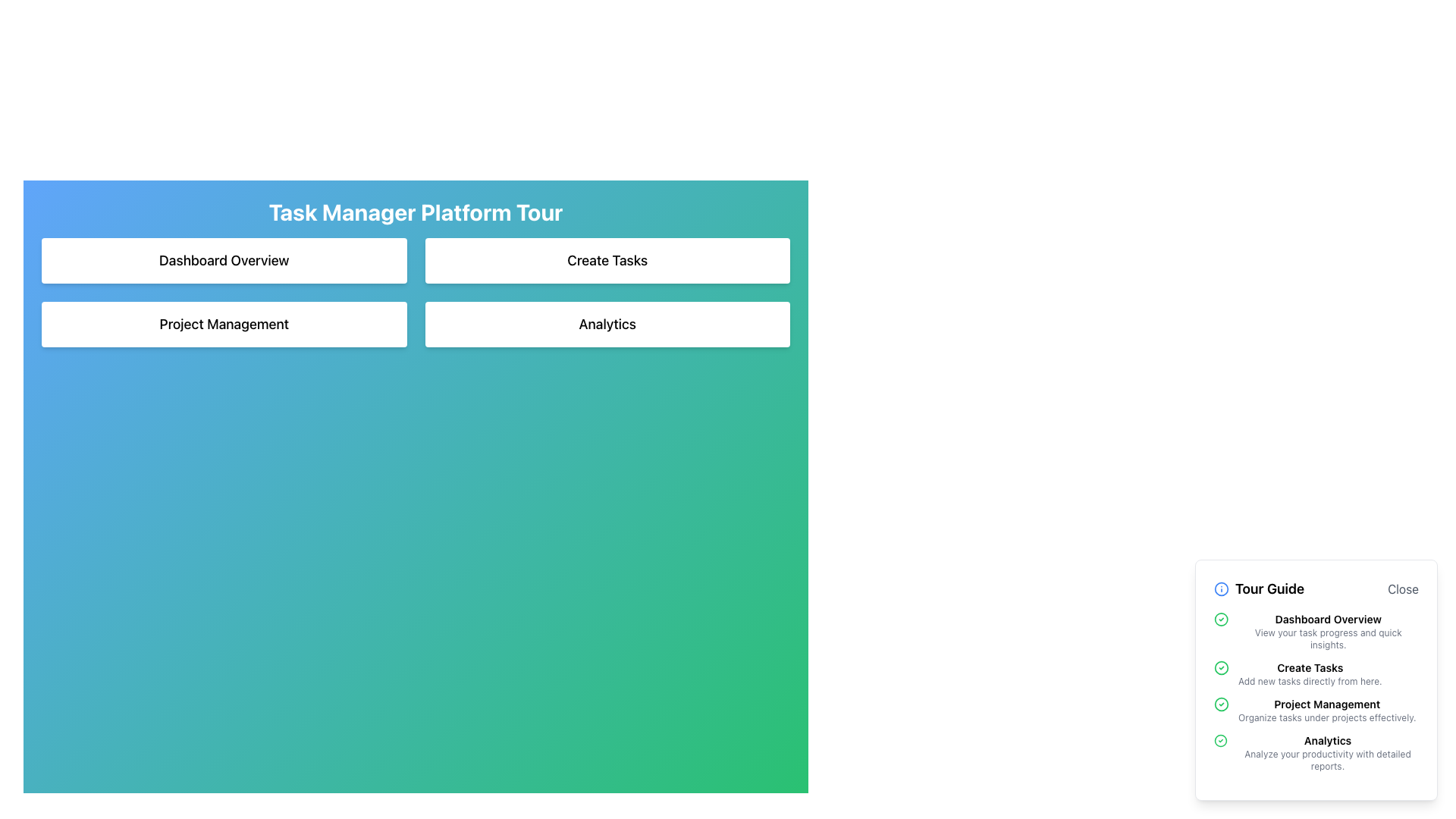 Image resolution: width=1456 pixels, height=819 pixels. Describe the element at coordinates (1316, 752) in the screenshot. I see `the informational section titled 'Analytics' with a checkmark icon, which is located at the bottom of the tour guide panel` at that location.